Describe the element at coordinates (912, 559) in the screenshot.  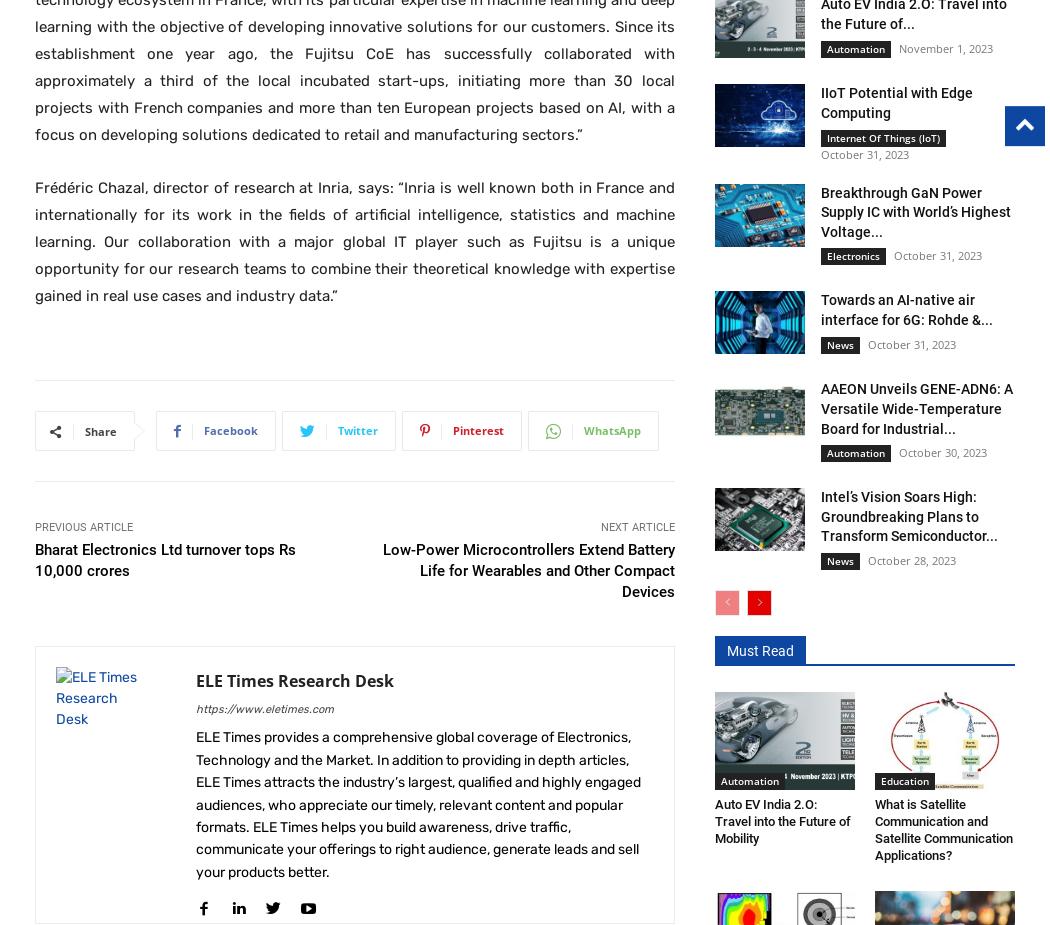
I see `'October 28, 2023'` at that location.